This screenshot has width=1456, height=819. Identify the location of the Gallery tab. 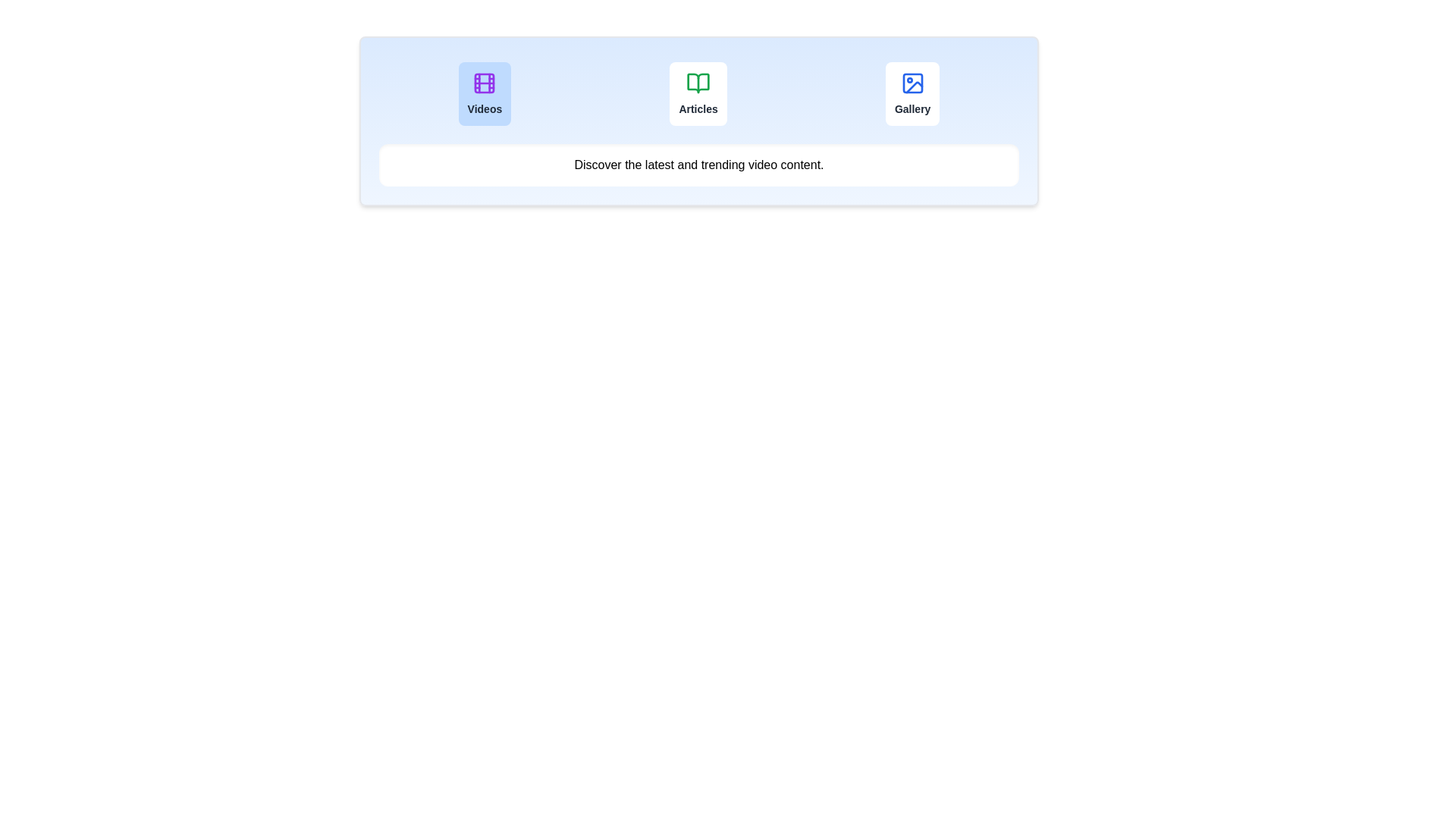
(912, 93).